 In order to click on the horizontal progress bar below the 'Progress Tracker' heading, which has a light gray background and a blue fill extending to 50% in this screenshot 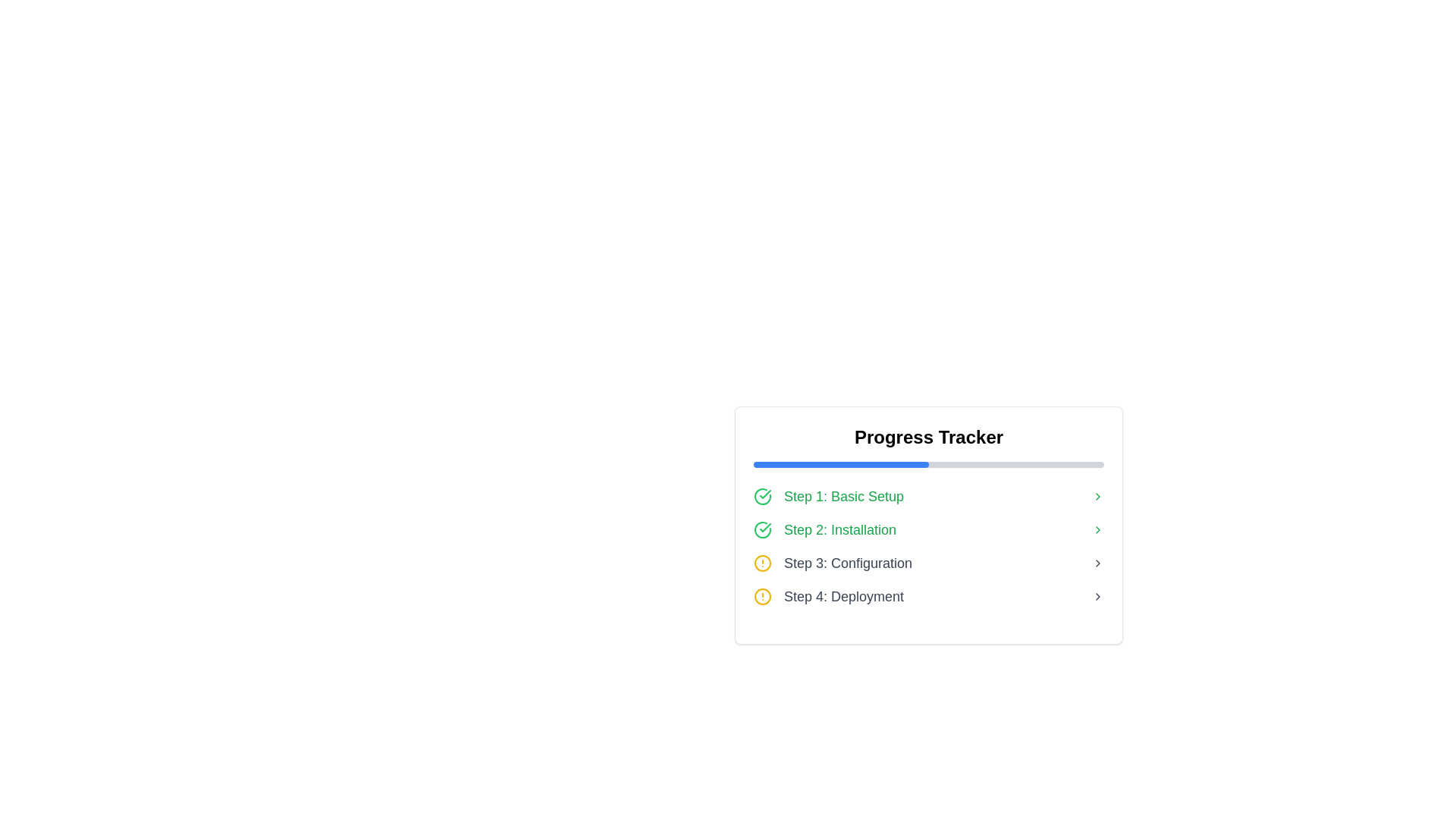, I will do `click(927, 464)`.